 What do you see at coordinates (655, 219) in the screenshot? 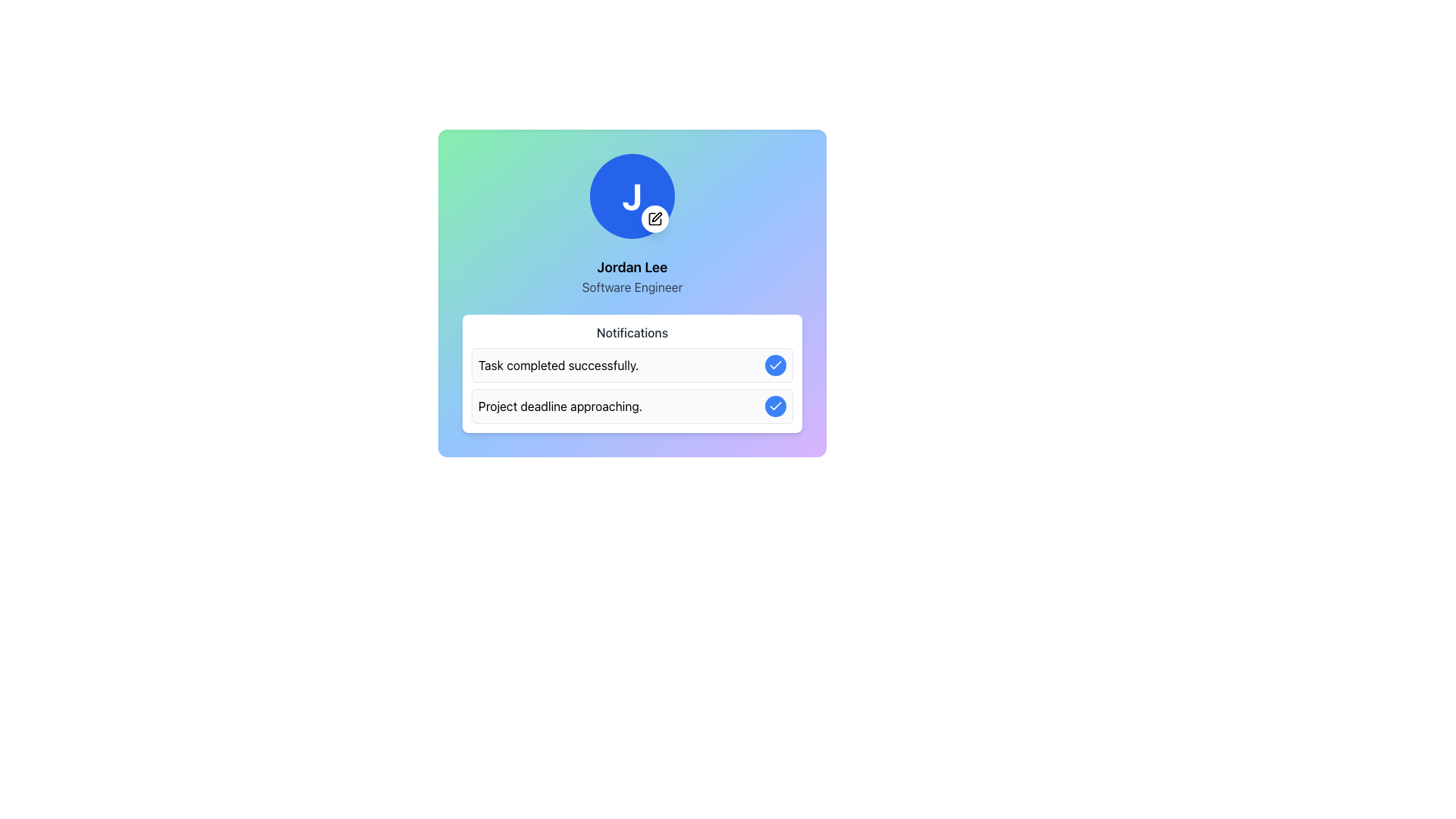
I see `the small vector graphic icon resembling a pen, which is centered within a circular button located in the bottom-right corner of the interface` at bounding box center [655, 219].